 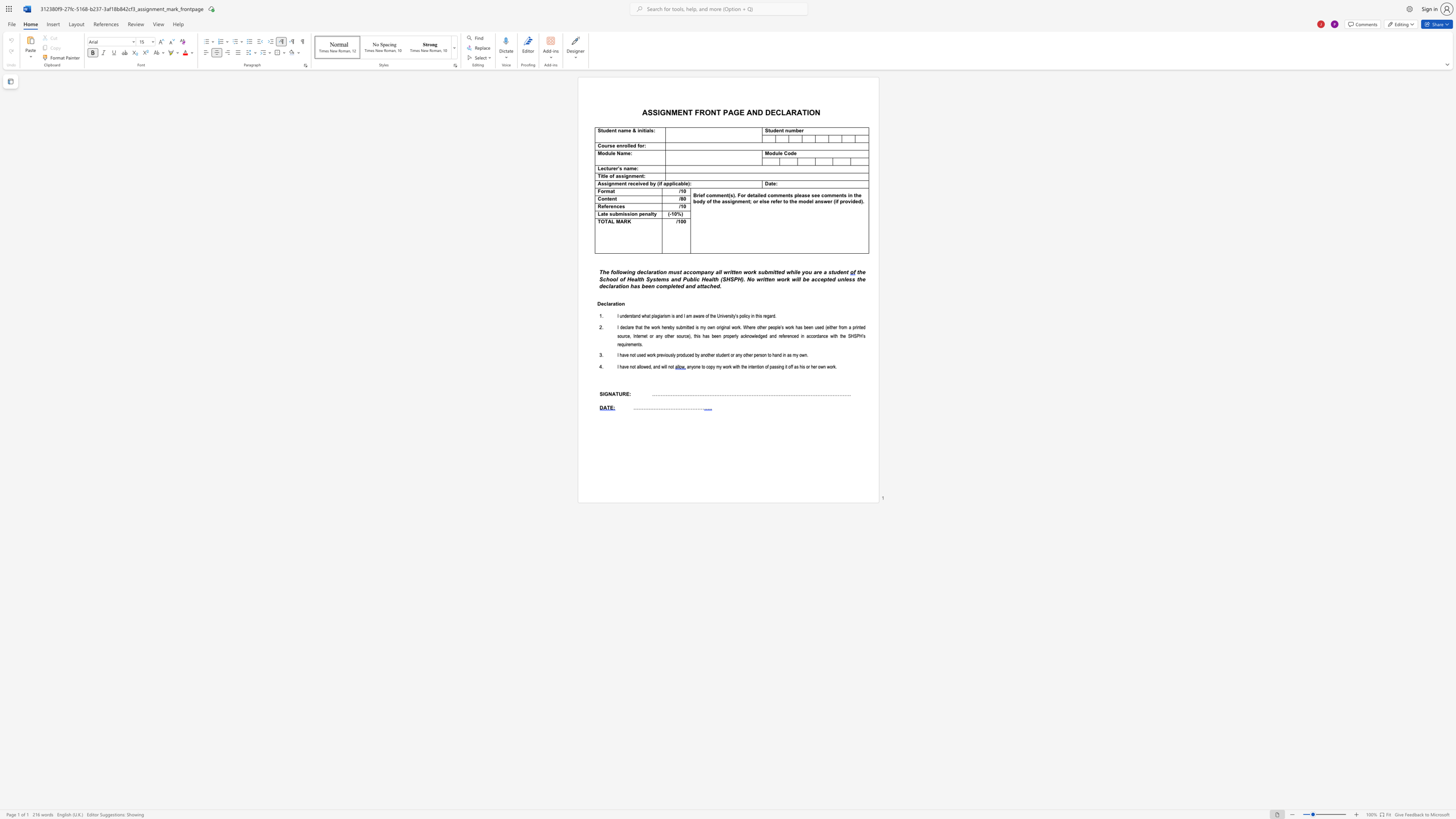 What do you see at coordinates (694, 279) in the screenshot?
I see `the subset text "ic H" within the text "School of Health Systems and Public Health (SHSPH)."` at bounding box center [694, 279].